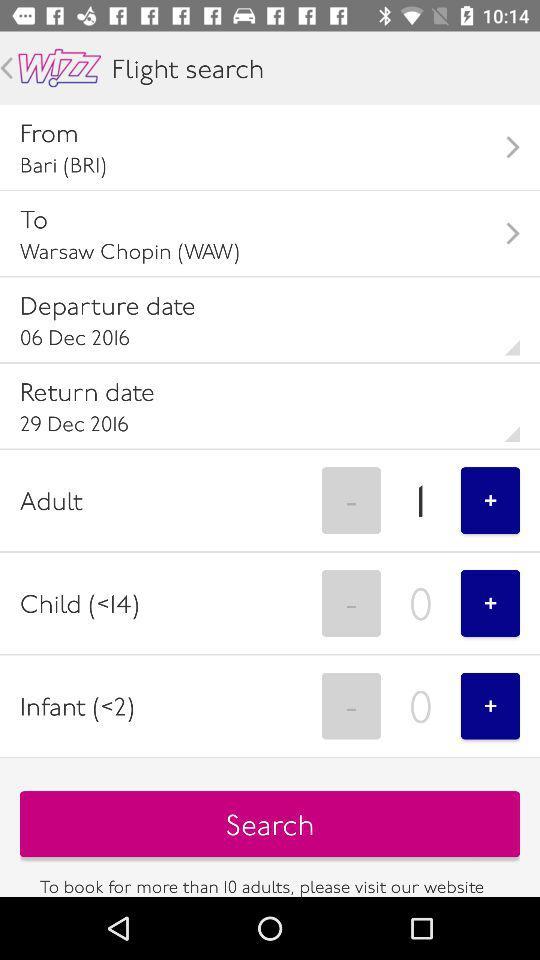 The image size is (540, 960). I want to click on an arrow pointing to the left when pressed goes back a page, so click(5, 68).